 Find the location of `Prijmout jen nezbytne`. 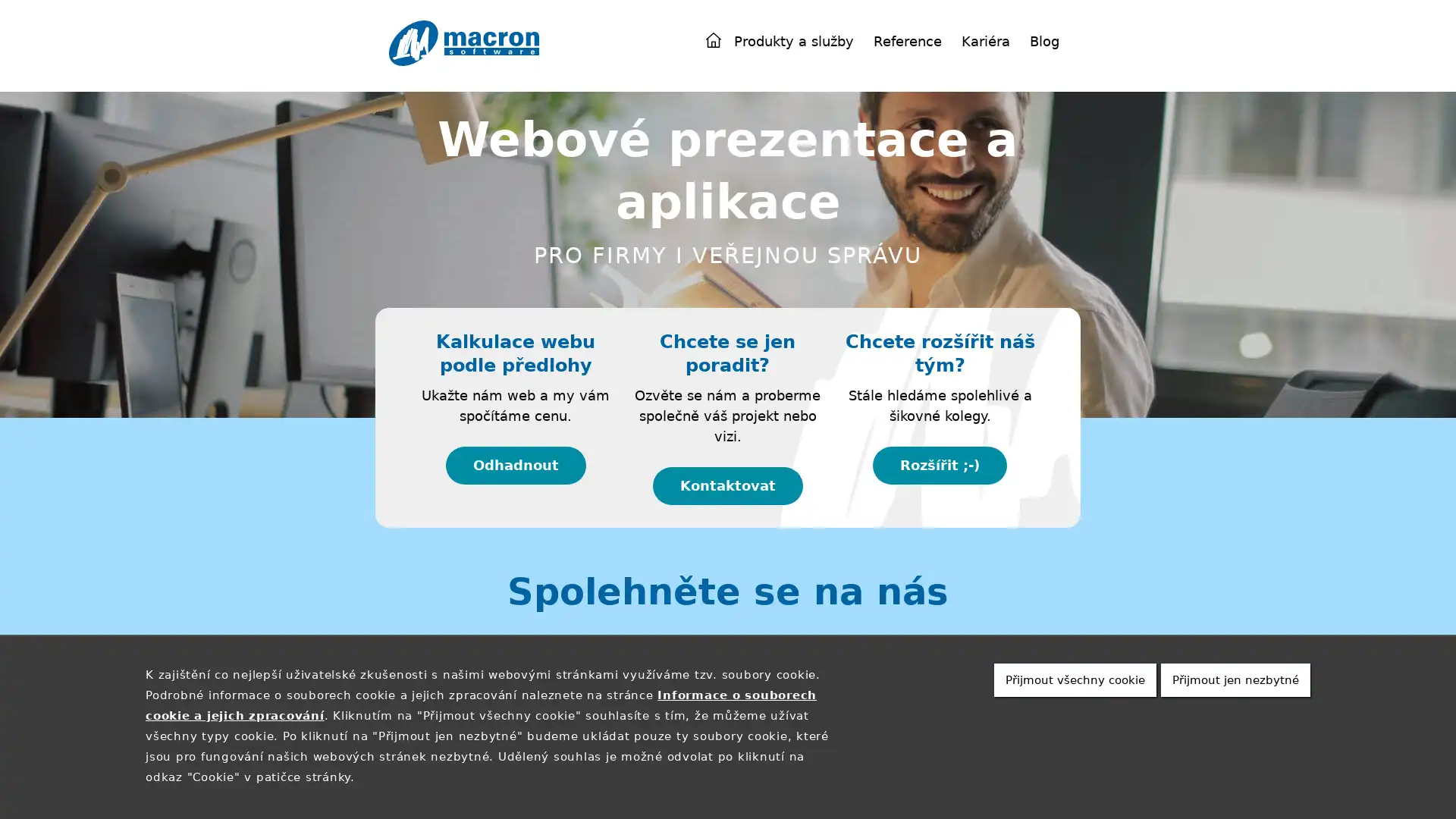

Prijmout jen nezbytne is located at coordinates (1235, 679).